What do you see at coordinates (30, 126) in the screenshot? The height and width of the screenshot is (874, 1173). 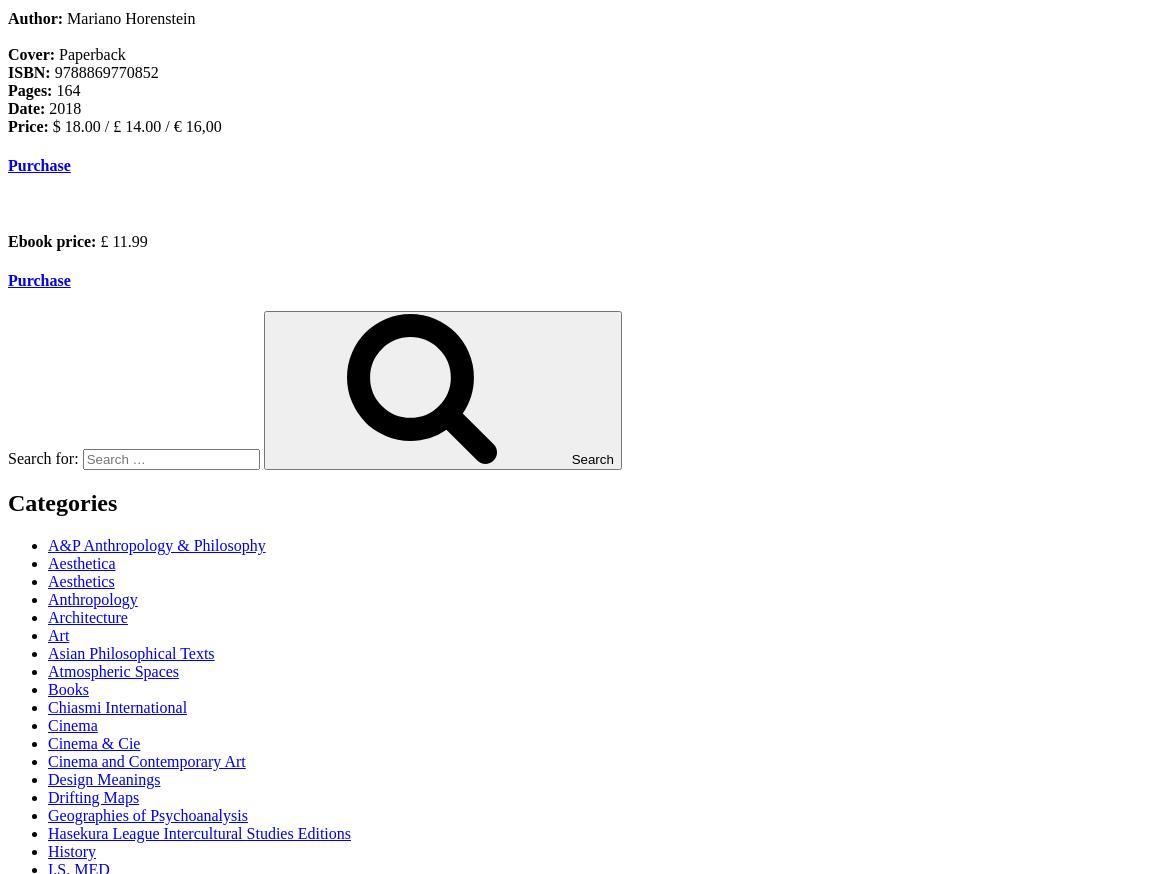 I see `'Price:'` at bounding box center [30, 126].